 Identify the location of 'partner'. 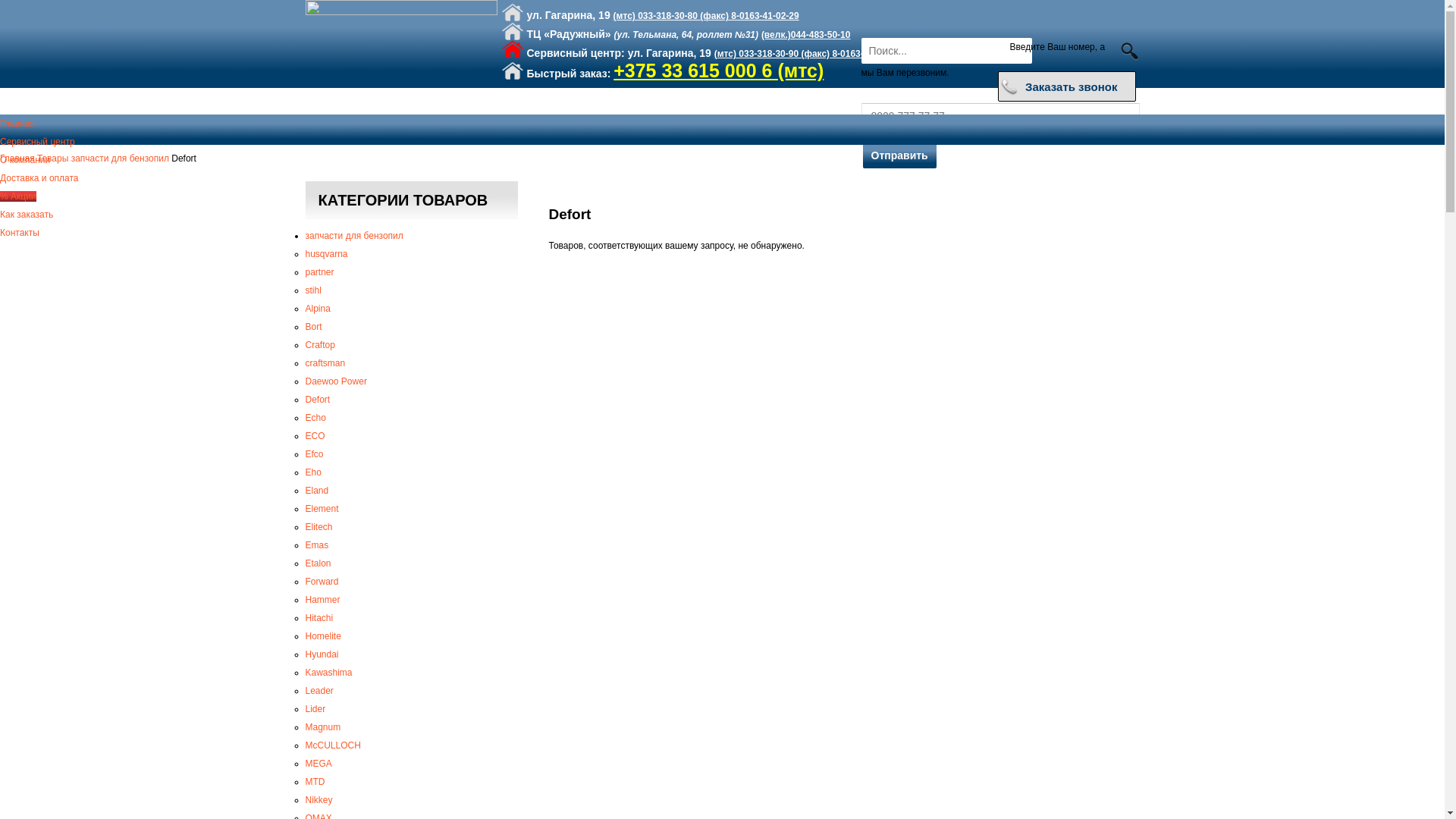
(304, 271).